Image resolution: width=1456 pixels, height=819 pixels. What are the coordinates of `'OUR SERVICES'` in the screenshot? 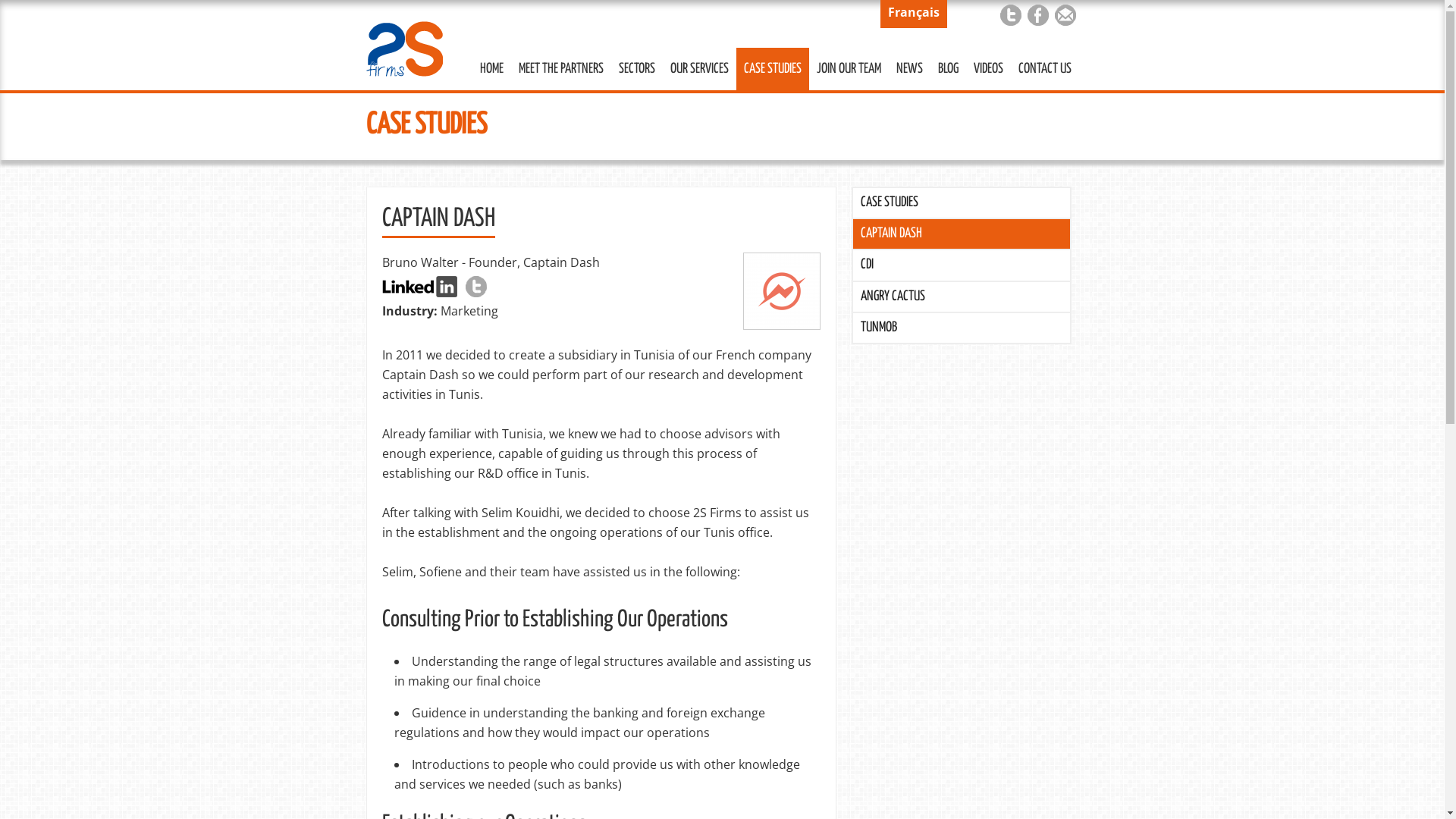 It's located at (662, 69).